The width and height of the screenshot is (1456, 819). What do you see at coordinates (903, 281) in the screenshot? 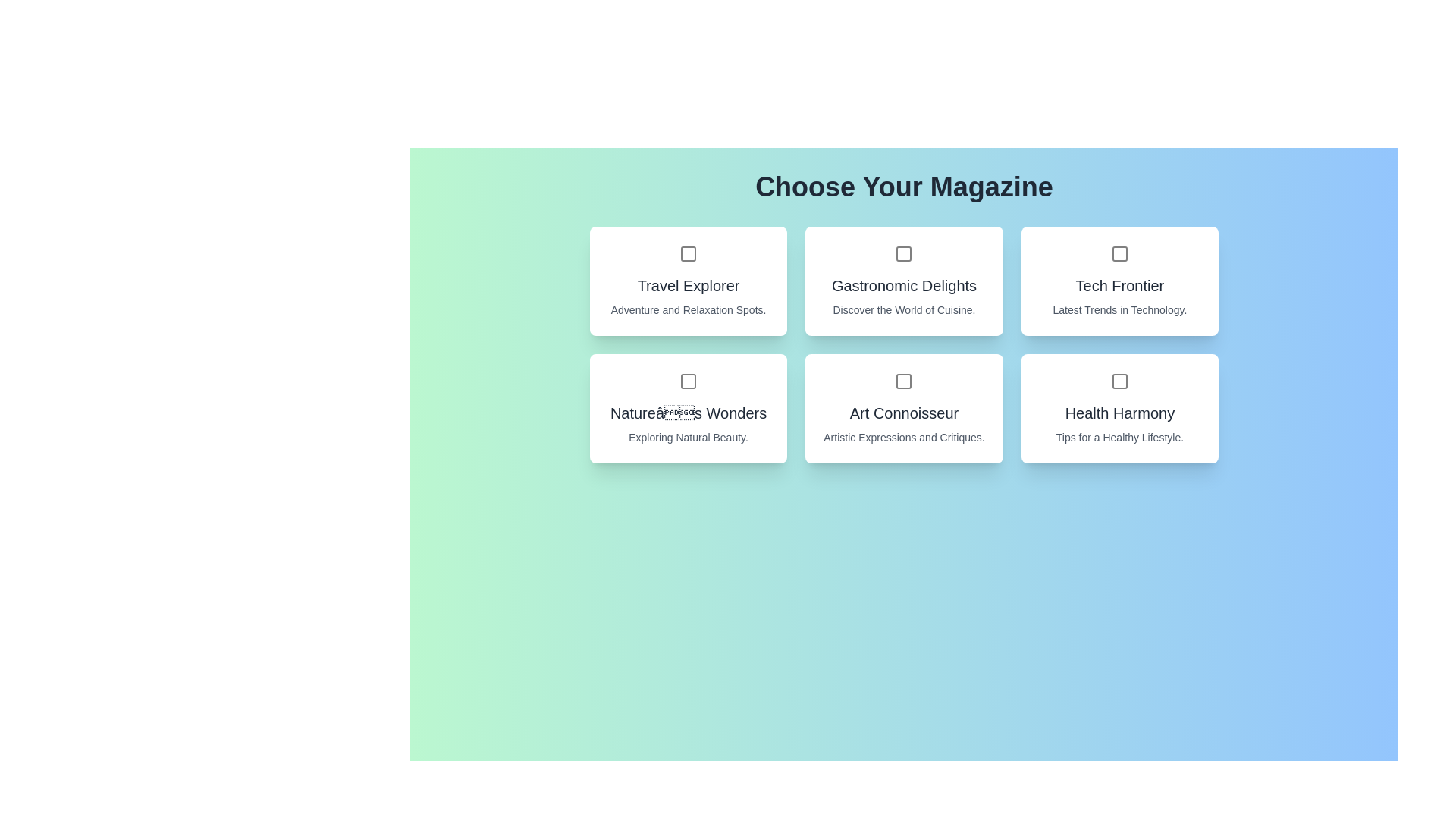
I see `the magazine card titled 'Gastronomic Delights' to observe its hover effect` at bounding box center [903, 281].